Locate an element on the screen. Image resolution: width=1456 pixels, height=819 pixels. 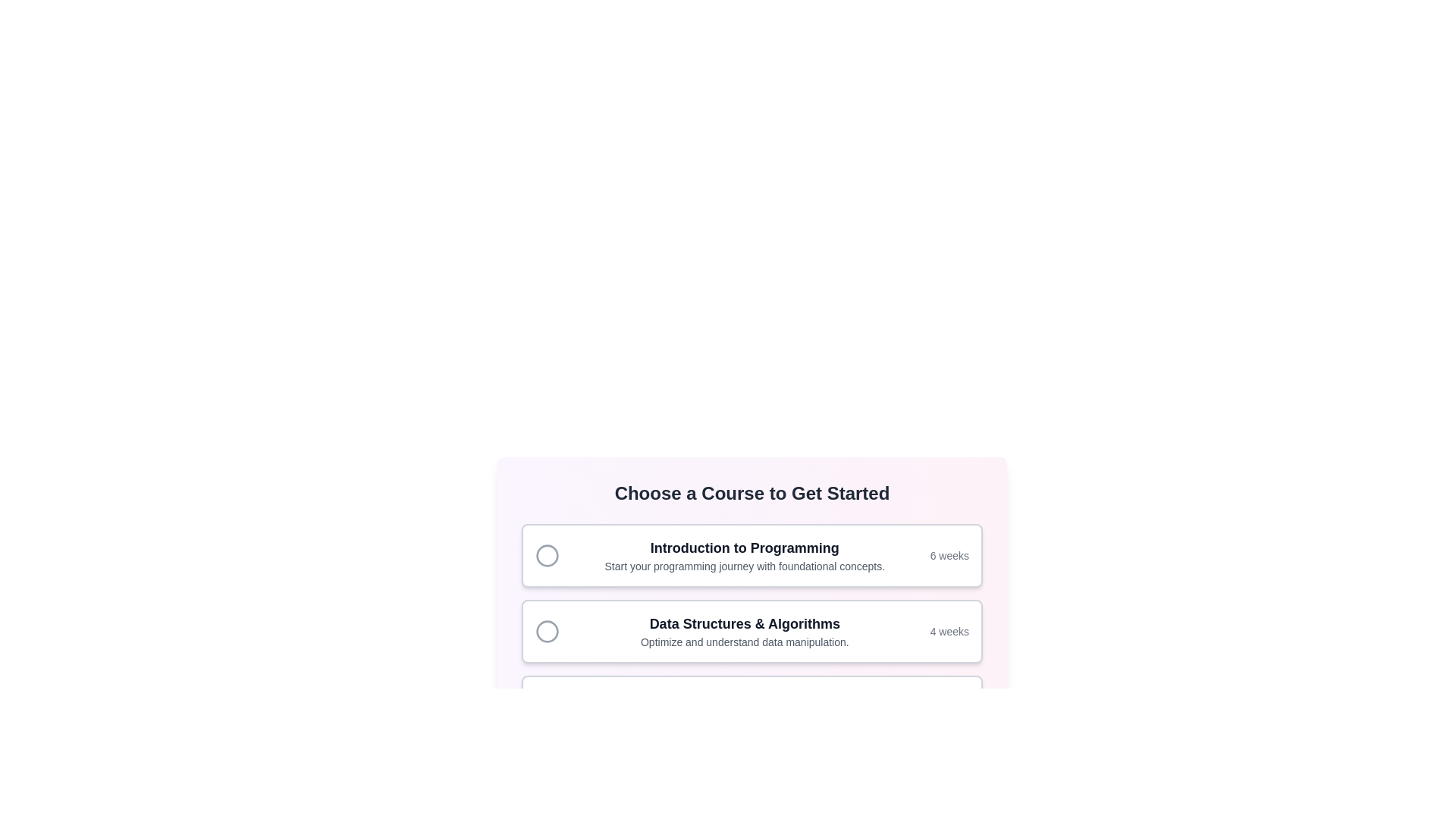
the Text Label displaying 'Start your programming journey with foundational concepts', which is styled in gray color and positioned beneath the header 'Introduction to Programming' is located at coordinates (745, 566).